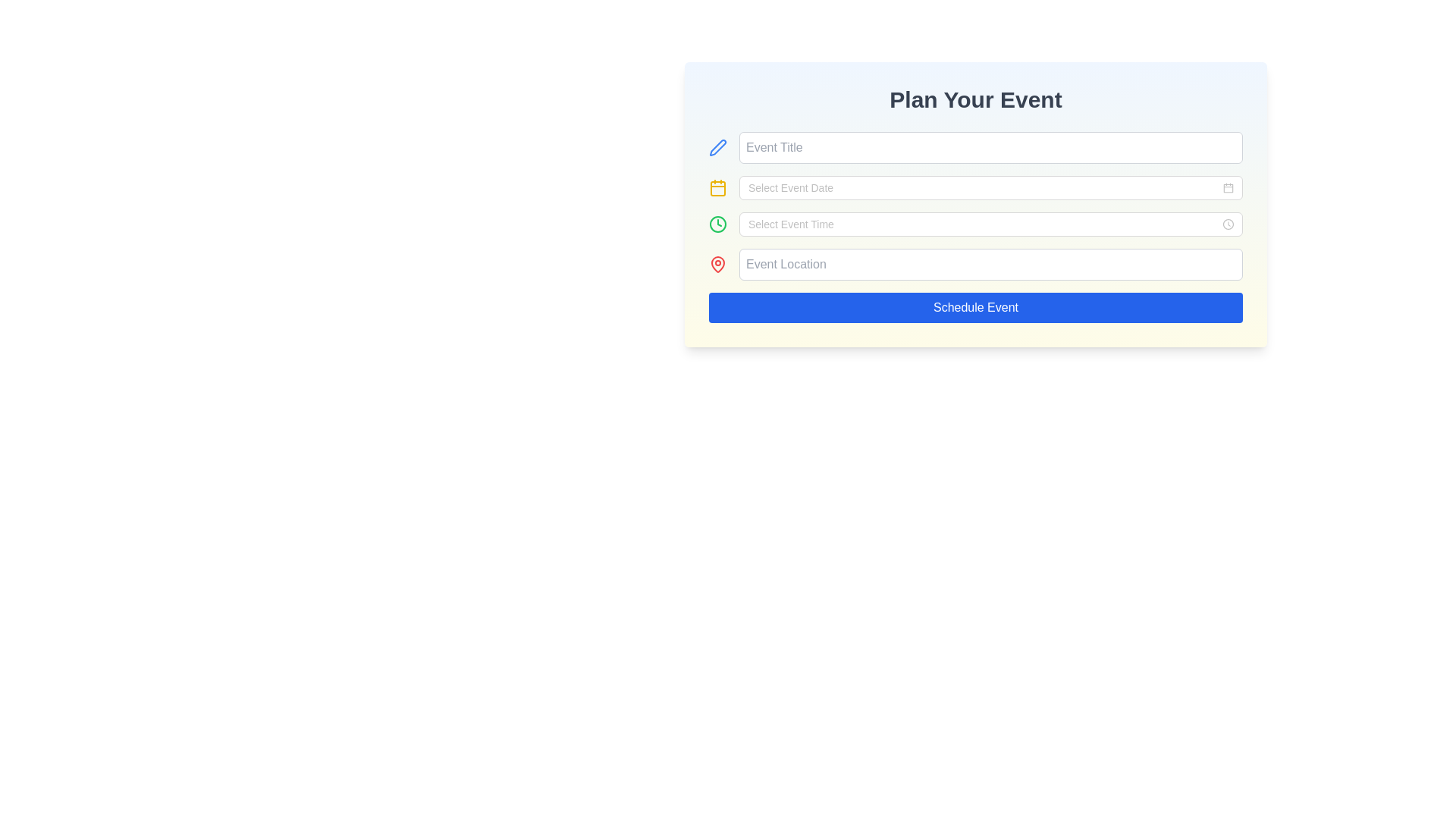  Describe the element at coordinates (717, 148) in the screenshot. I see `the icon representing the 'Event Title' input field to read any available tooltip` at that location.